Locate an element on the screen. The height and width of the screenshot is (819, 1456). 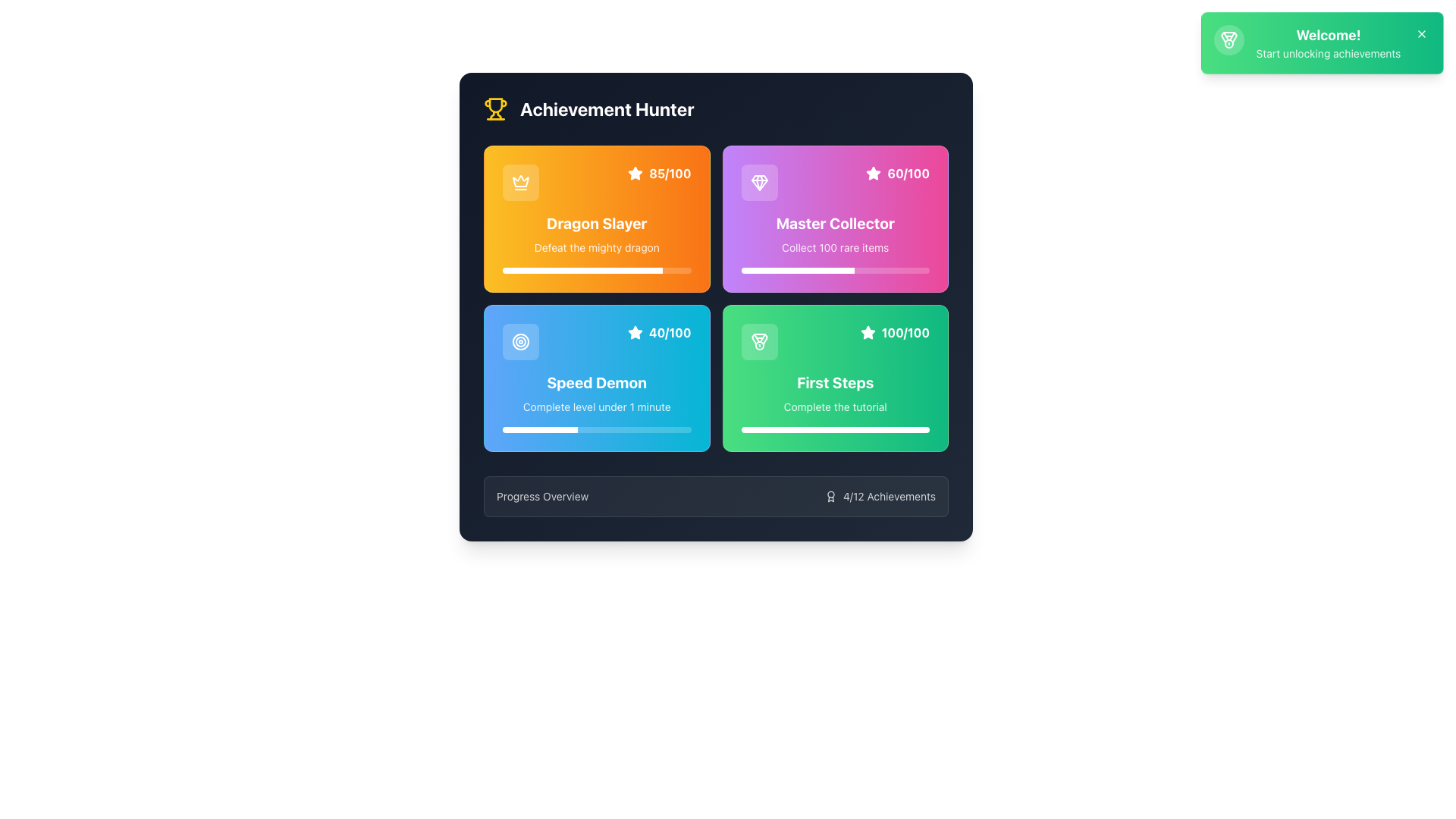
the visual feedback overlay located within the 'Speed Demon' card, which is in the first row and third position of the grid layout, identified by the title 'Speed Demon' and the score '40/100' is located at coordinates (596, 377).